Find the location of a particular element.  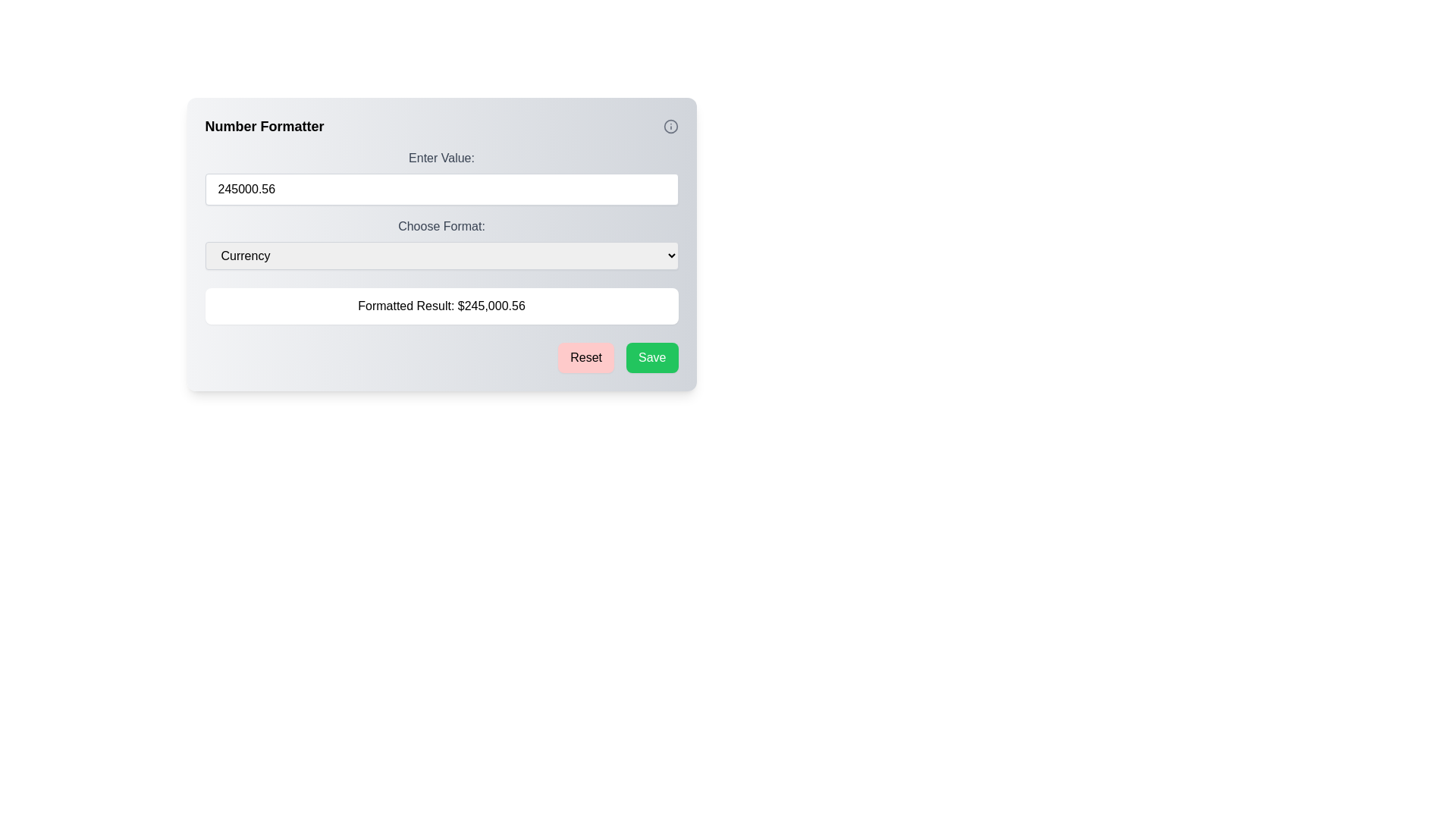

the 'Save' button located on the lower-right side of the dialog box to change its shade is located at coordinates (652, 357).